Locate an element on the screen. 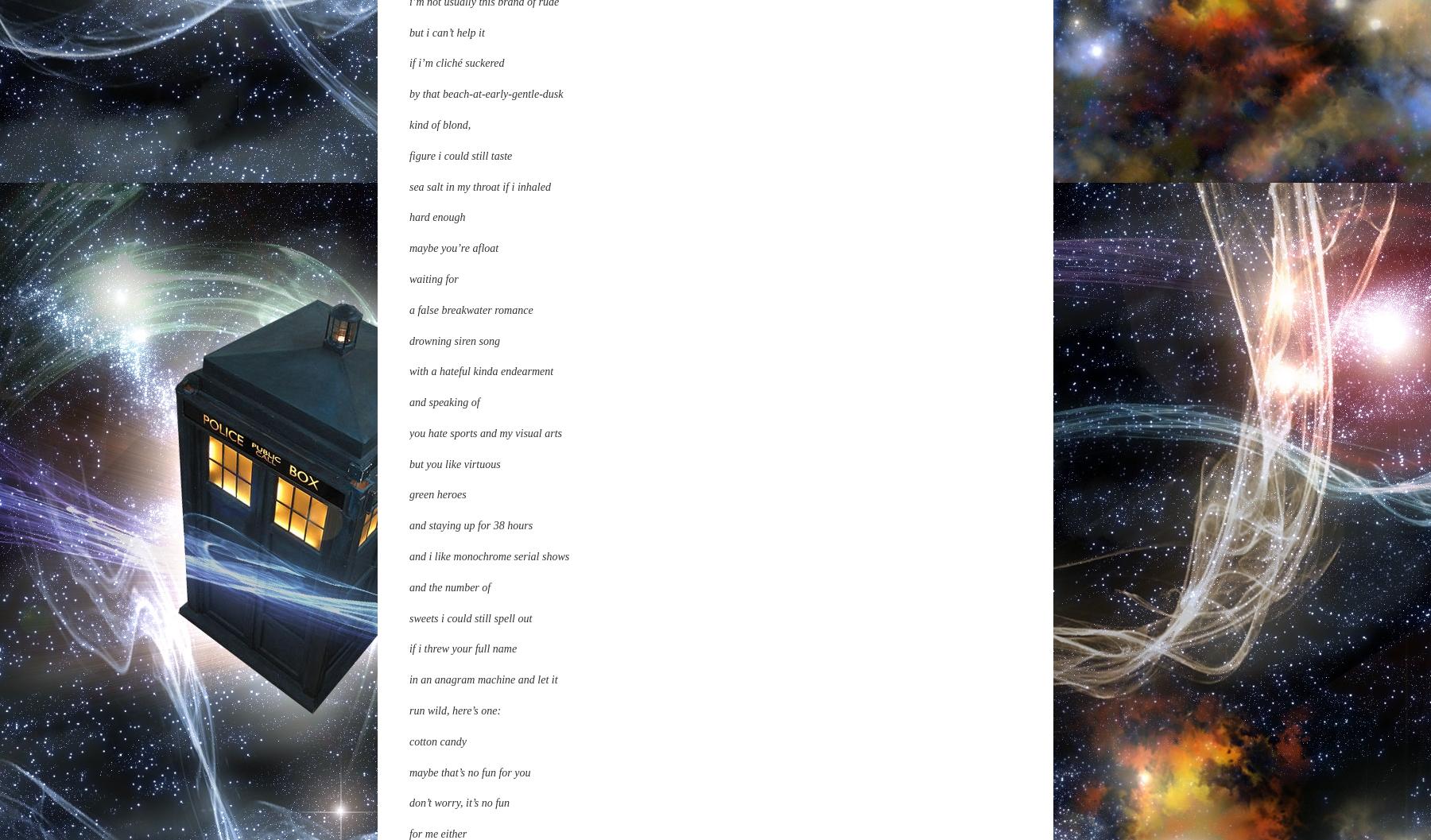  'you’ve got that' is located at coordinates (441, 398).